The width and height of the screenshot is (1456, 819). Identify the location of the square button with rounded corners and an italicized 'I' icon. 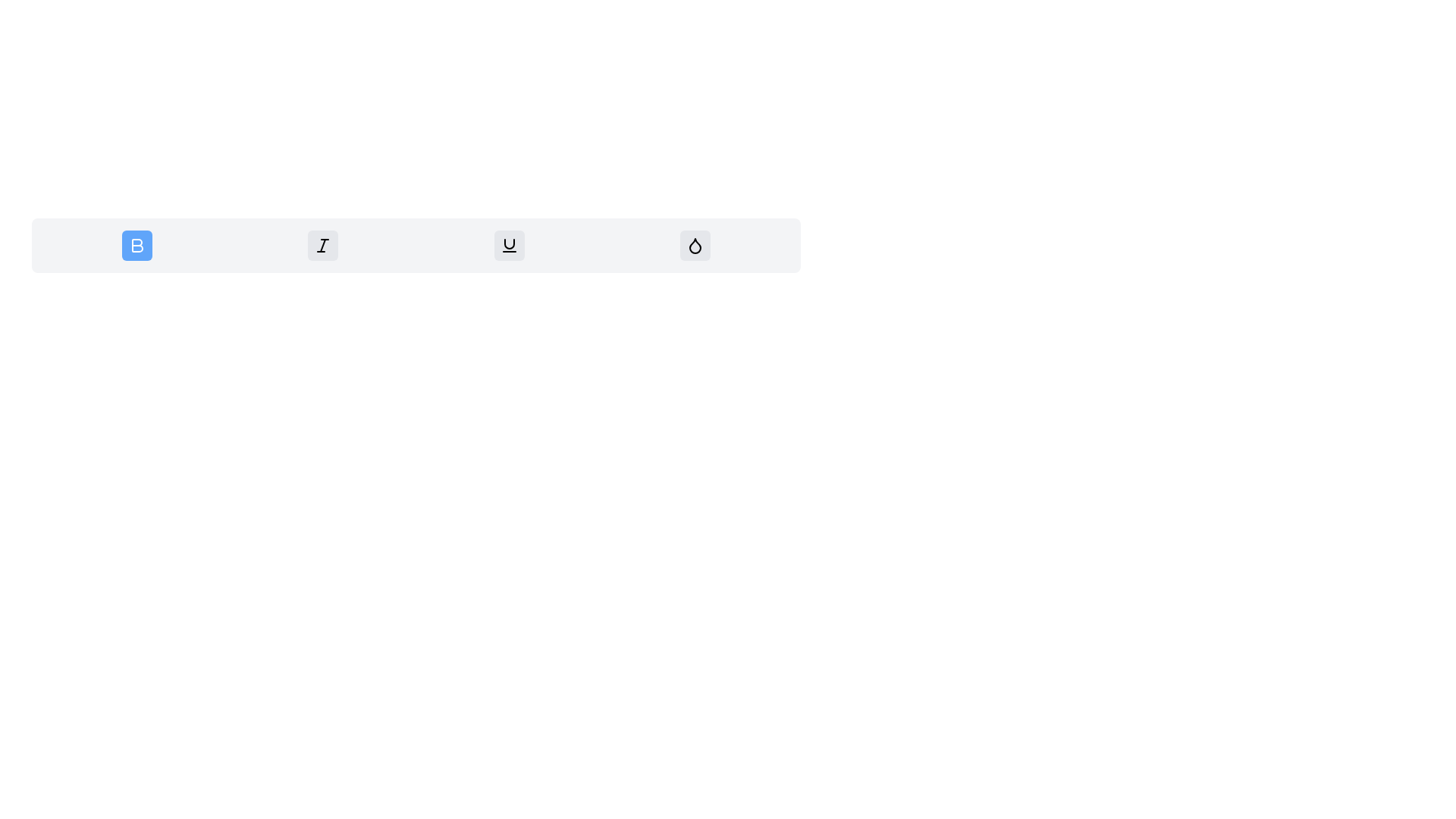
(322, 245).